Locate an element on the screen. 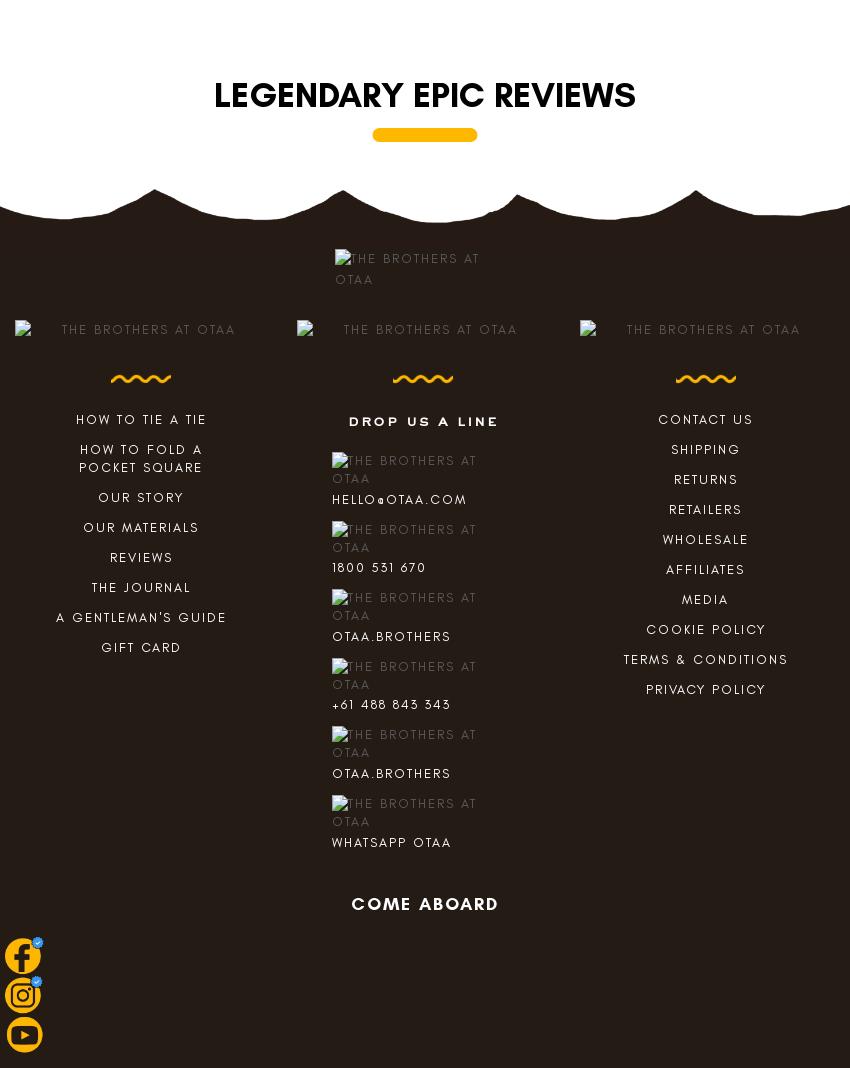  'Contact Us' is located at coordinates (704, 419).